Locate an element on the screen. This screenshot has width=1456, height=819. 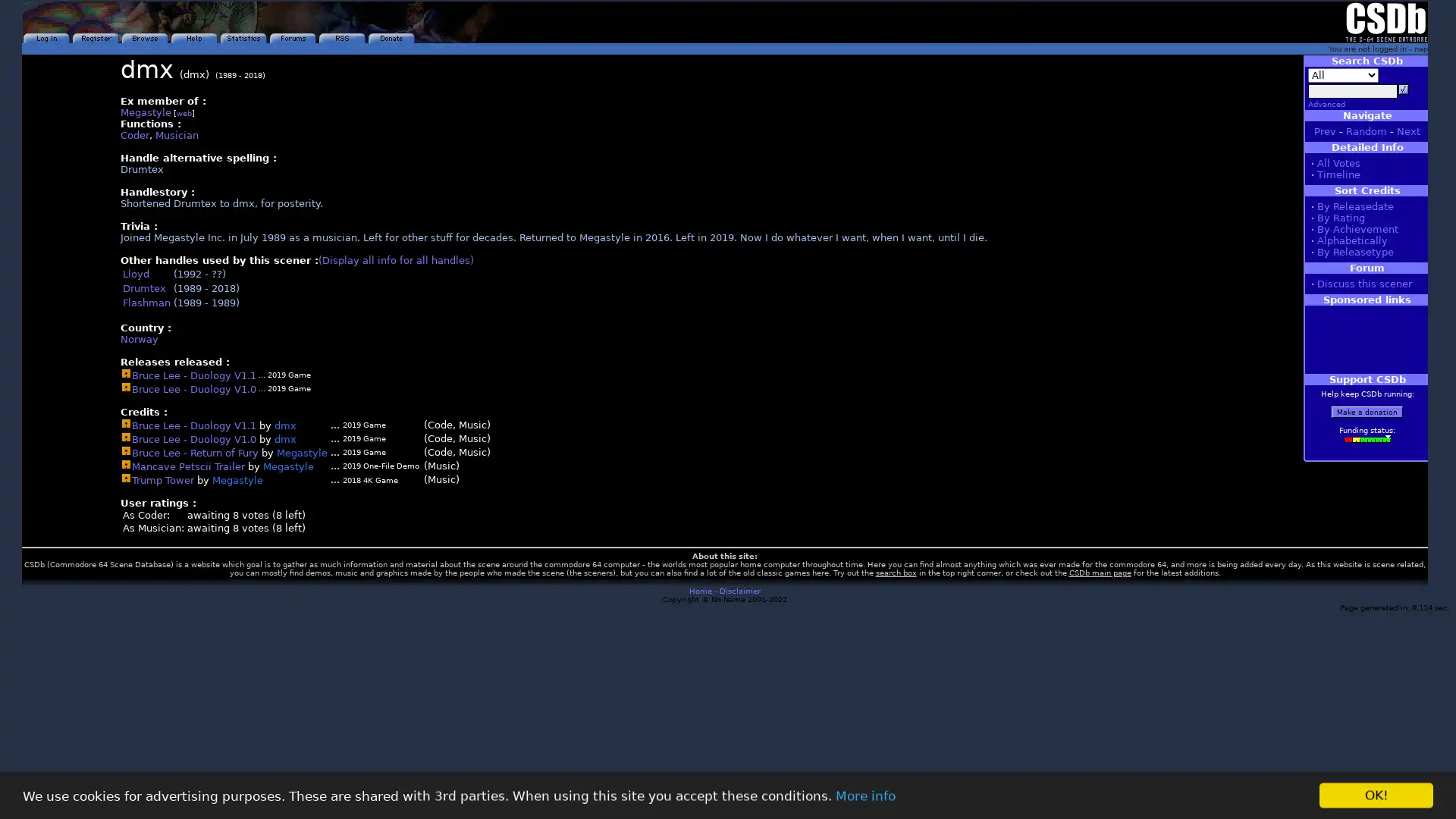
Make a donation is located at coordinates (1367, 412).